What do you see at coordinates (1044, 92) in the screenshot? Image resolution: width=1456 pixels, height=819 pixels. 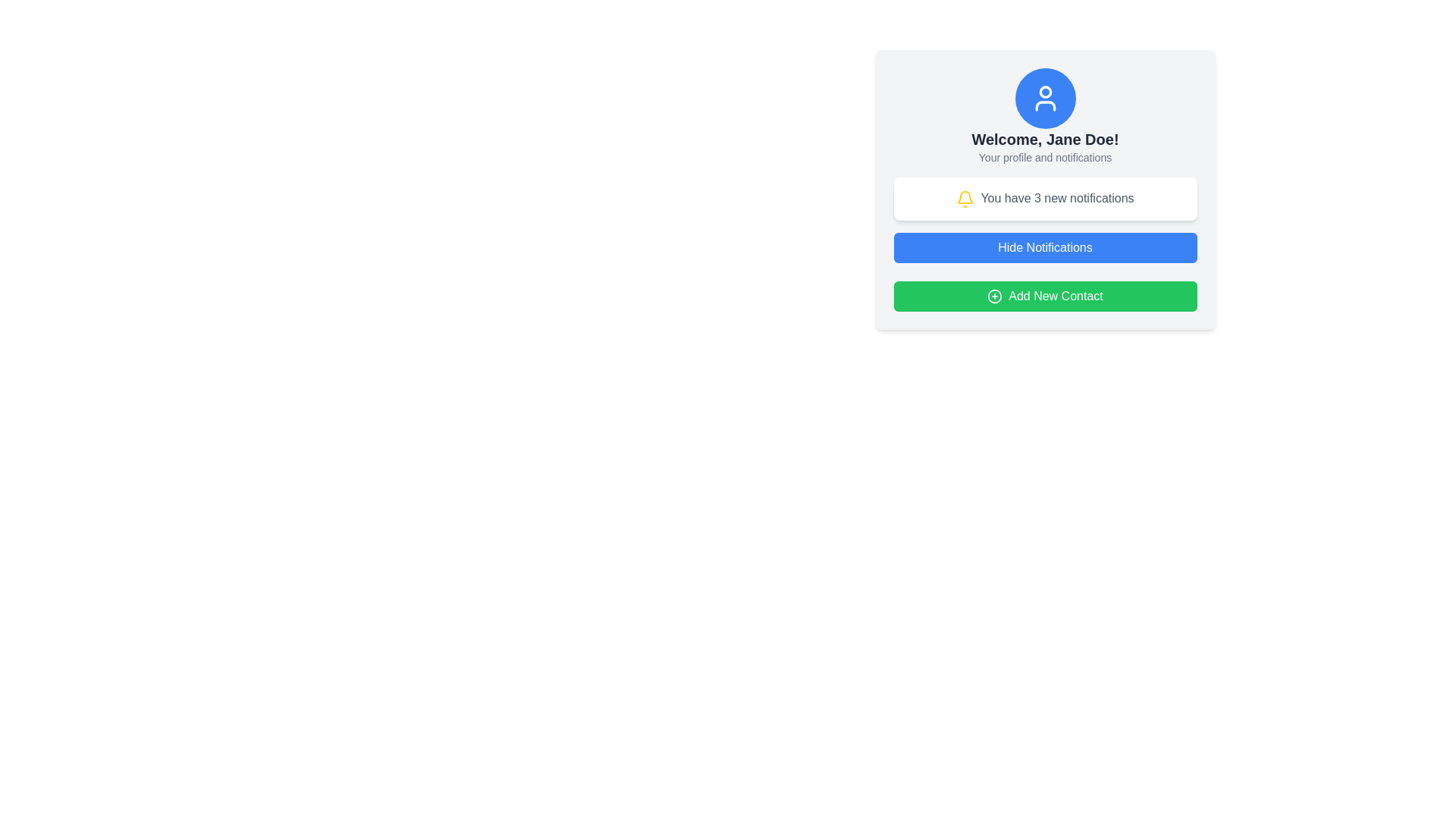 I see `the user icon located at the top center of the card component, which represents the current user's profile` at bounding box center [1044, 92].